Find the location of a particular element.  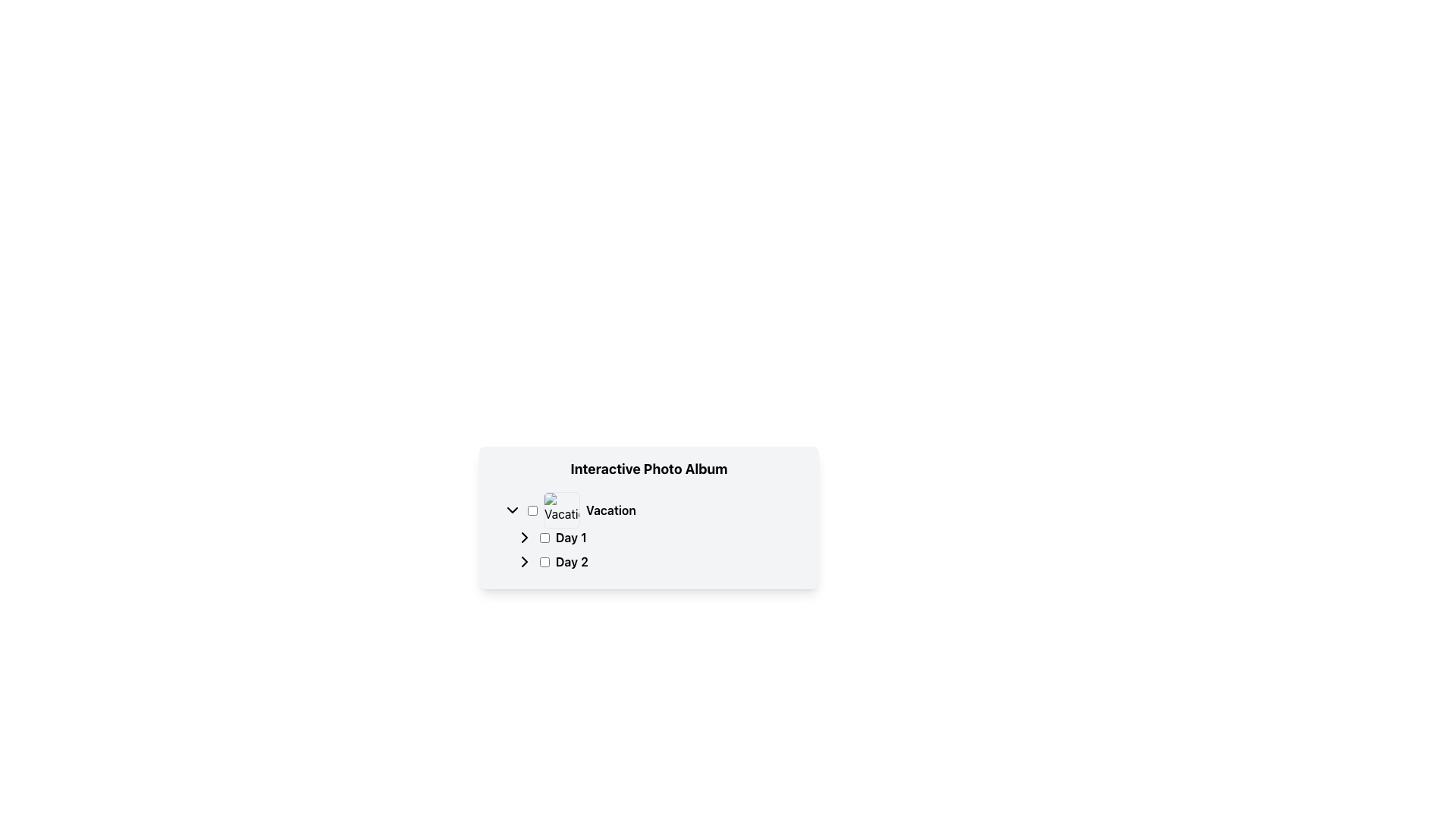

the rightward-pointing chevron icon that indicates expandable content next to 'Day 2' is located at coordinates (524, 561).